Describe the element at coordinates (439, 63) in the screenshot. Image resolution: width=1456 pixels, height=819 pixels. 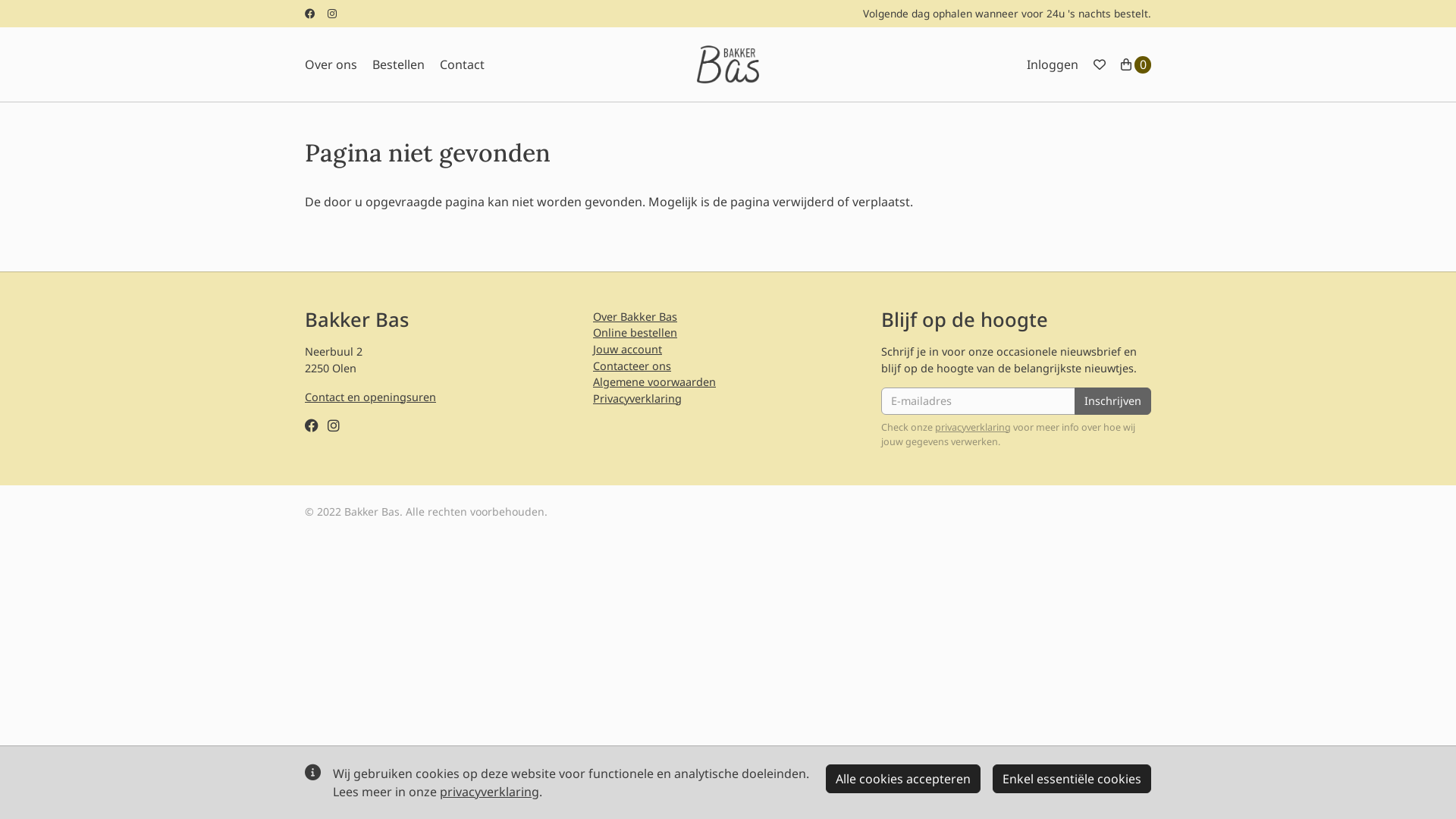
I see `'Contact'` at that location.